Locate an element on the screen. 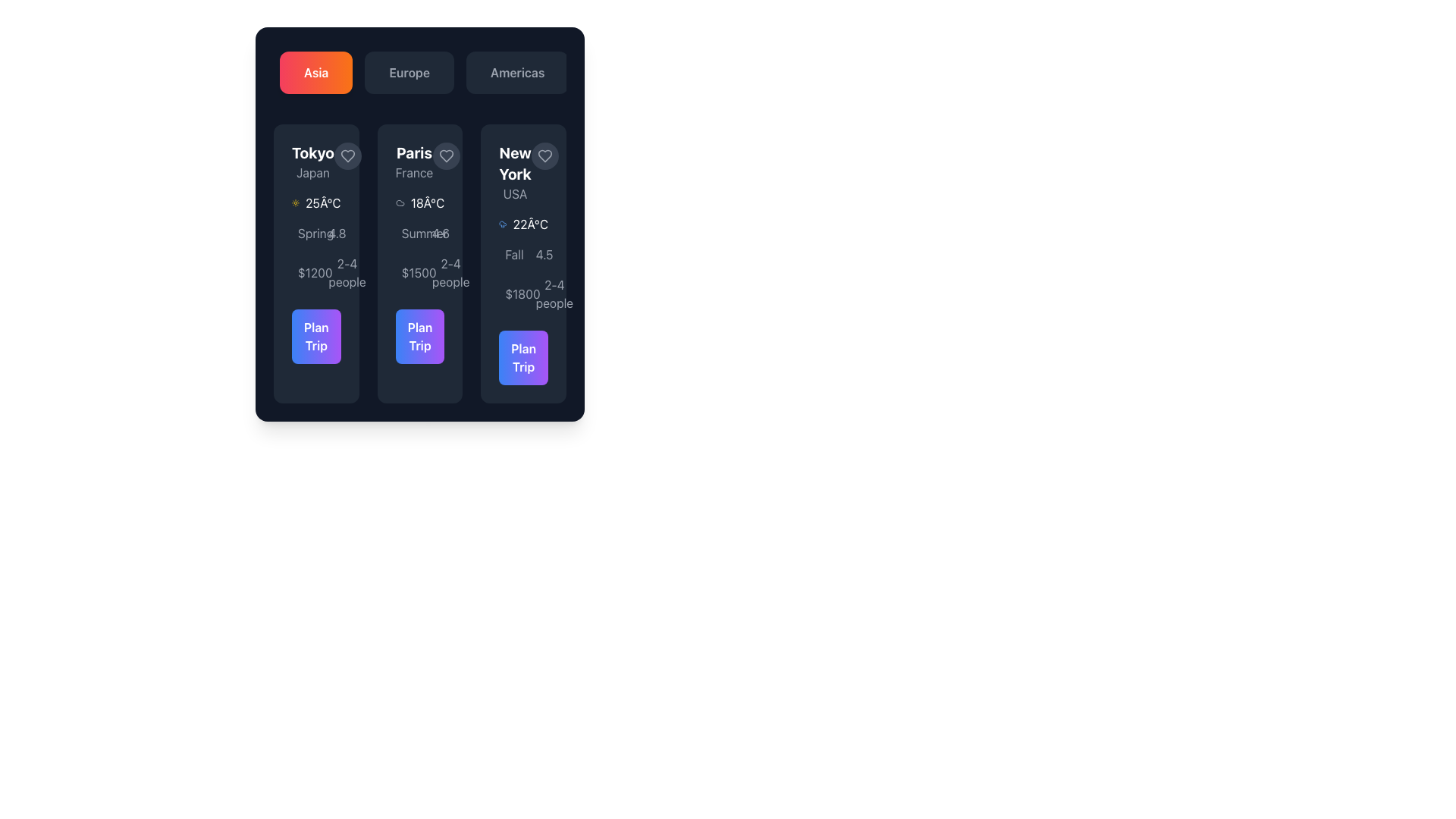 This screenshot has height=819, width=1456. the static text display that serves as the header for the Tokyo, Japan card, located in the top section of the leftmost card among three cards is located at coordinates (315, 162).